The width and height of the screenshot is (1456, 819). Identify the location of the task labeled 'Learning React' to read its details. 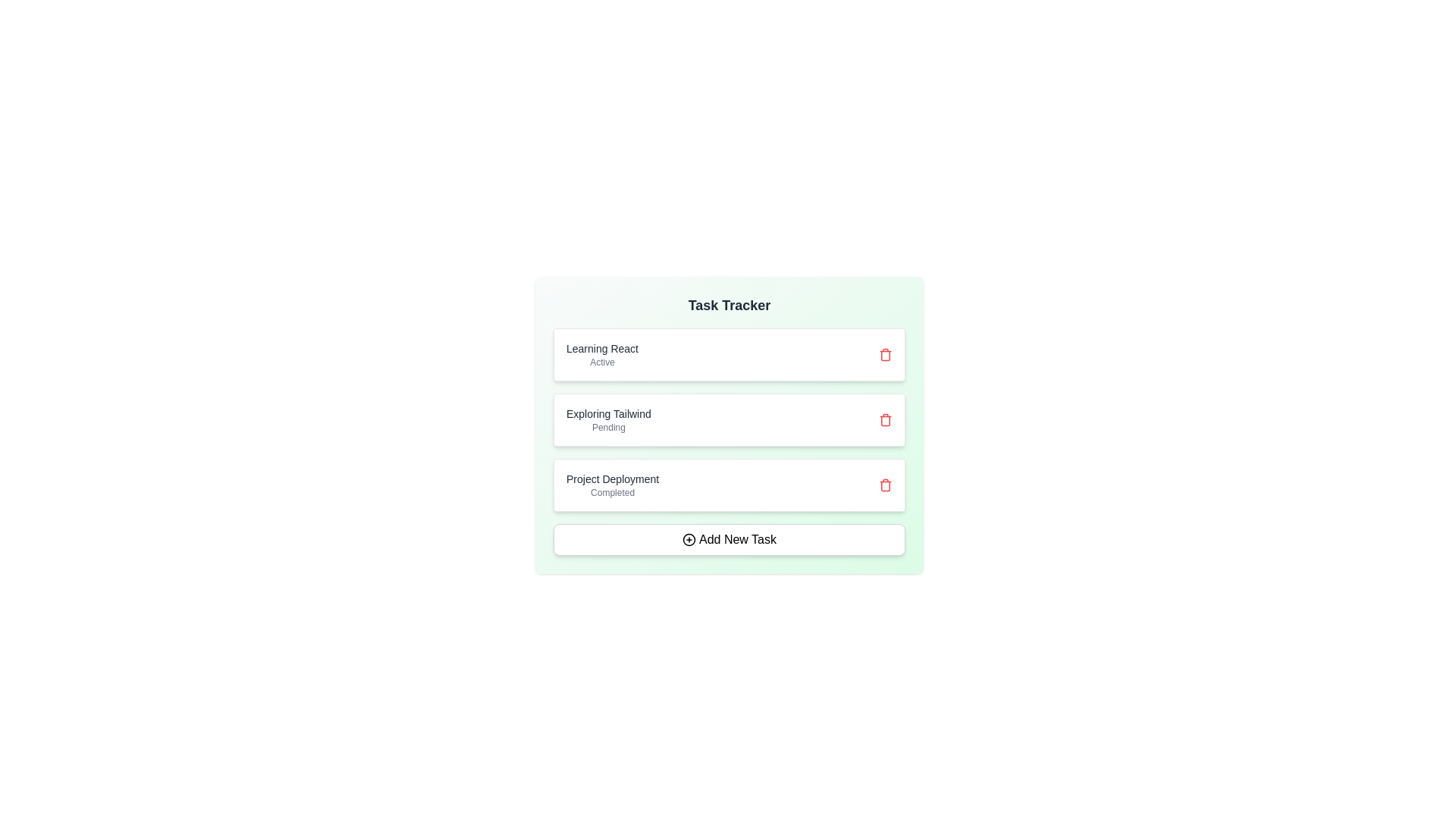
(601, 354).